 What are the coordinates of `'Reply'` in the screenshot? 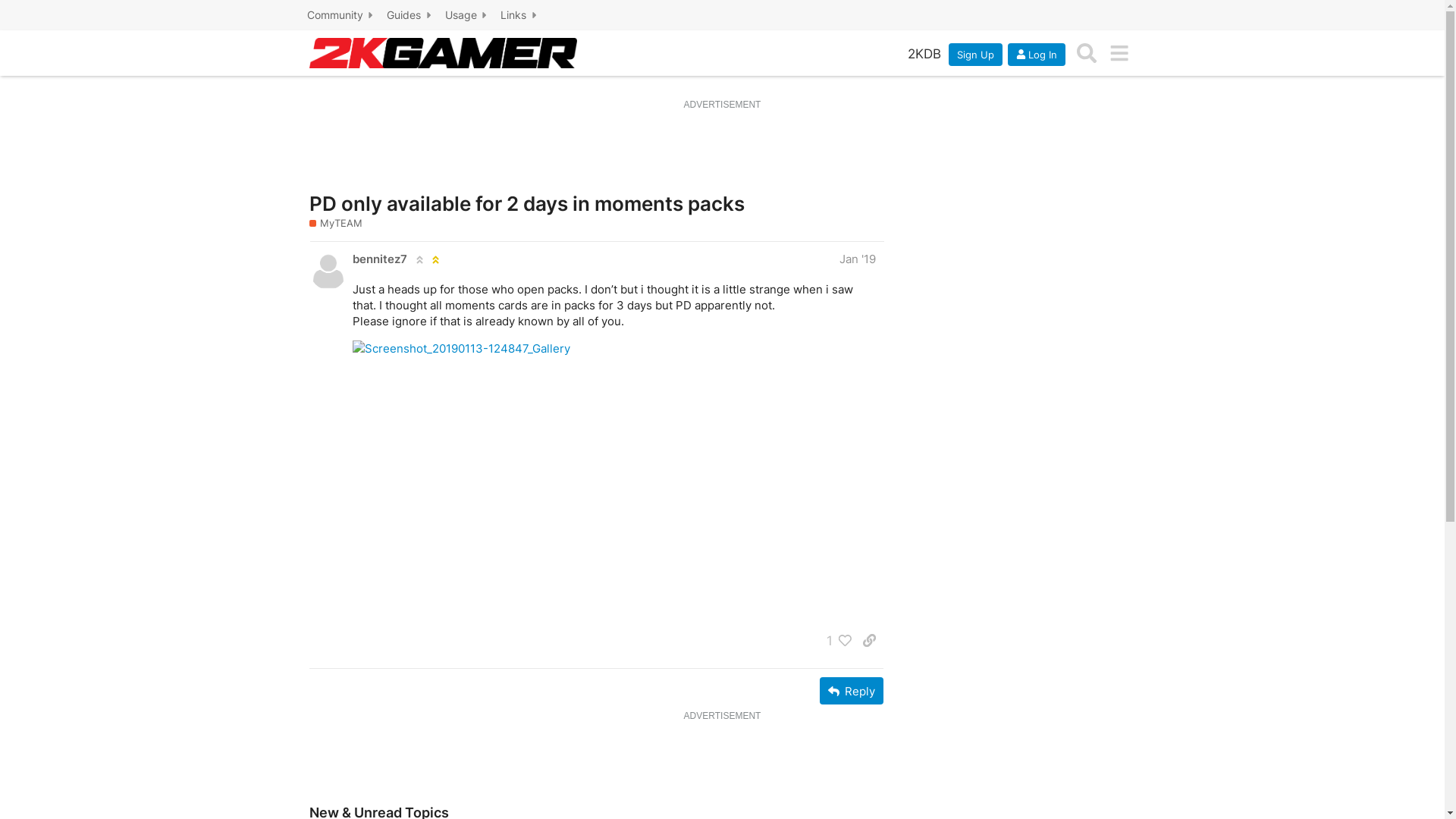 It's located at (851, 690).